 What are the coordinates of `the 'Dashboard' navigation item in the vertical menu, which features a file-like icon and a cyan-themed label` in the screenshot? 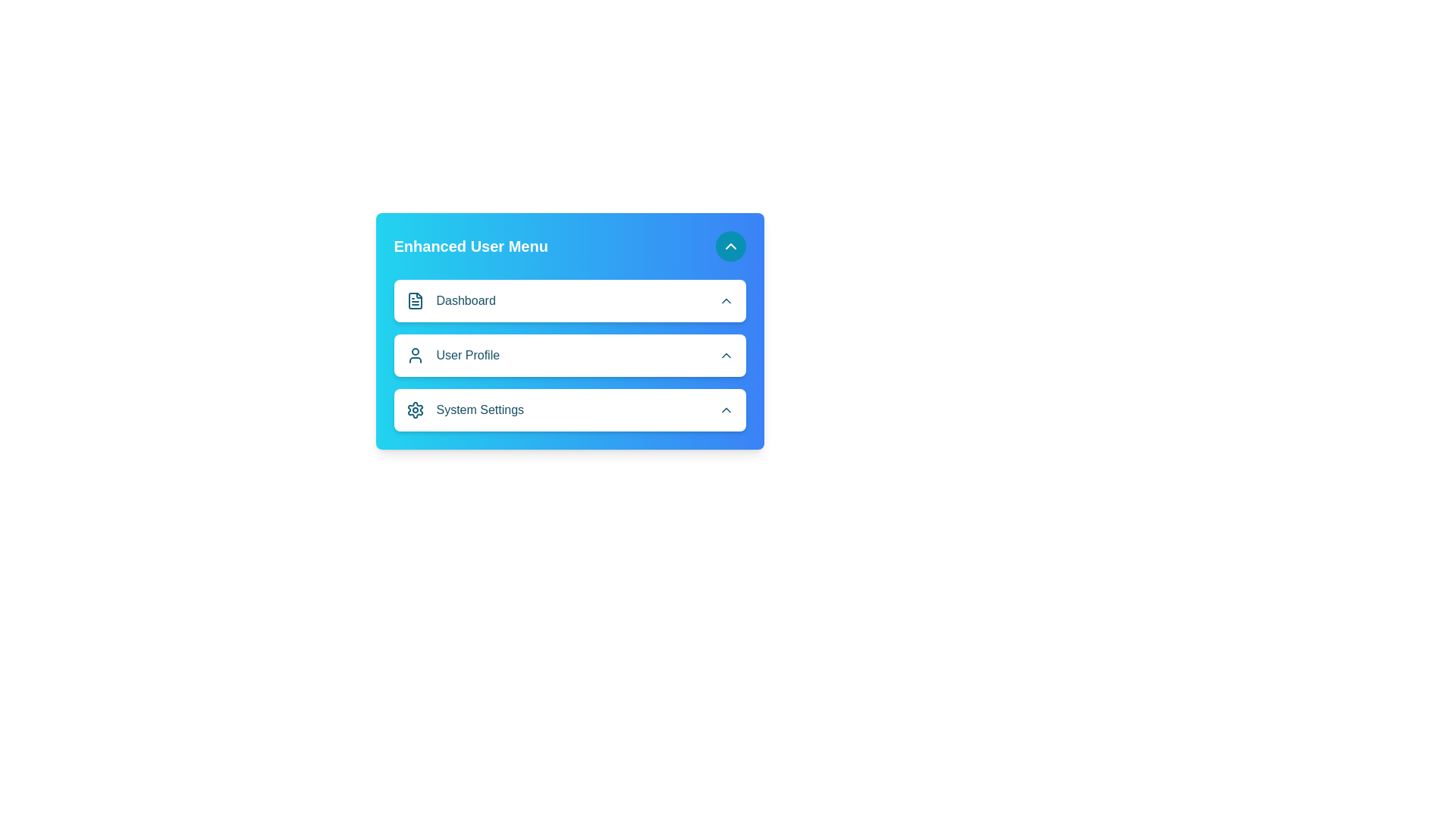 It's located at (450, 301).